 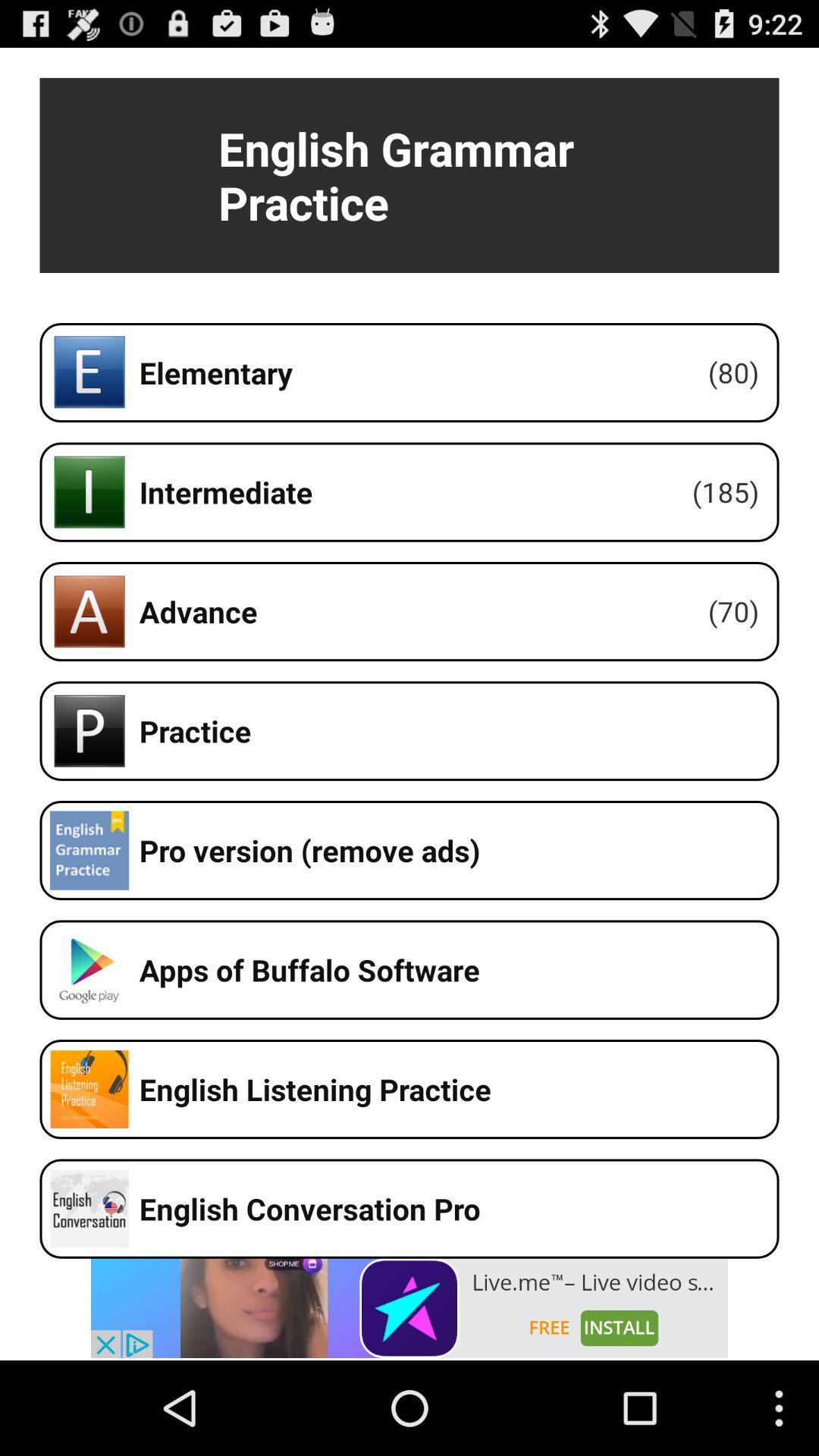 What do you see at coordinates (89, 731) in the screenshot?
I see `the practice icon` at bounding box center [89, 731].